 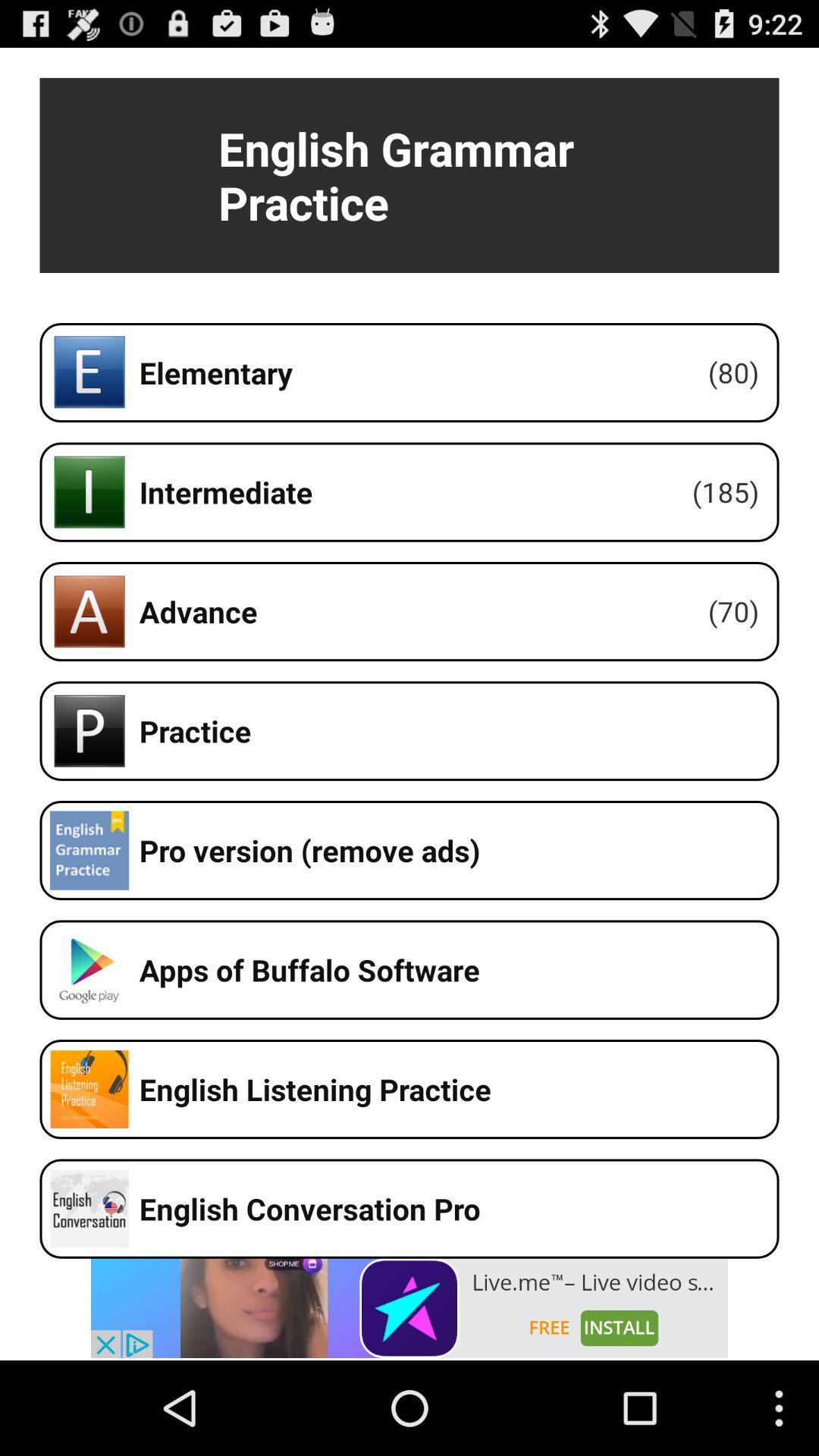 What do you see at coordinates (89, 731) in the screenshot?
I see `the practice icon` at bounding box center [89, 731].